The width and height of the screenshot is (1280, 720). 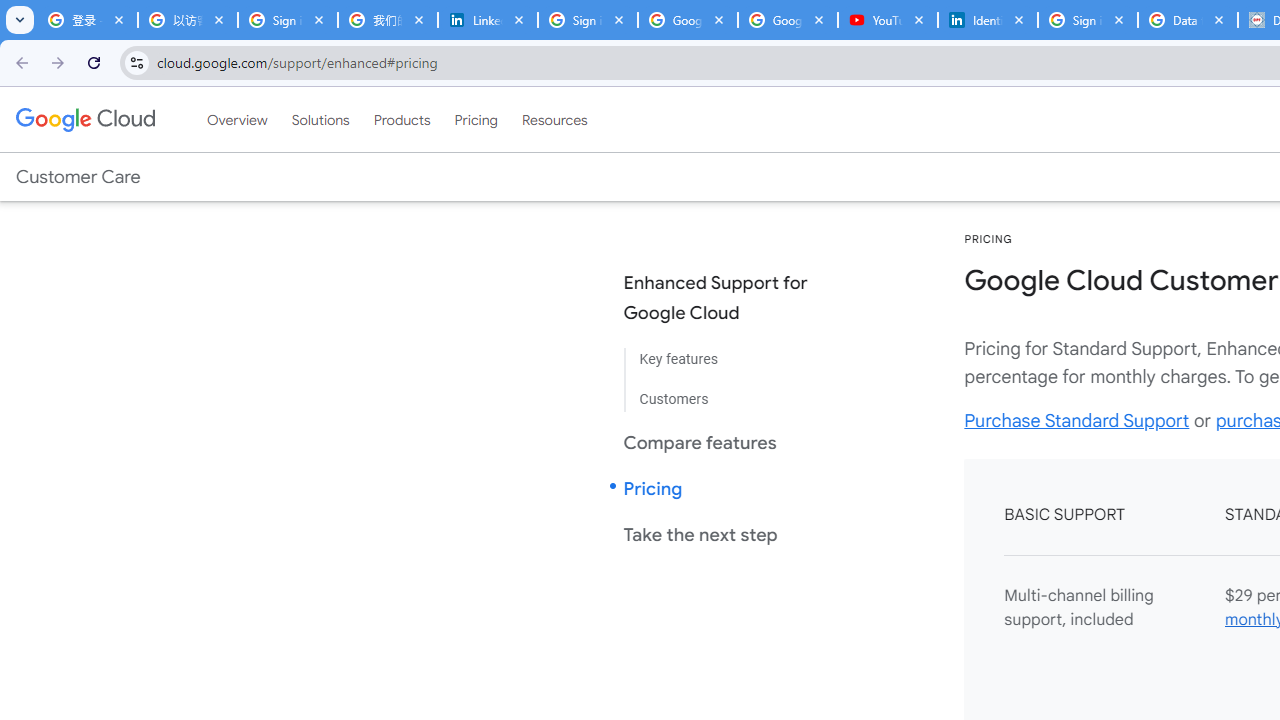 What do you see at coordinates (1087, 20) in the screenshot?
I see `'Sign in - Google Accounts'` at bounding box center [1087, 20].